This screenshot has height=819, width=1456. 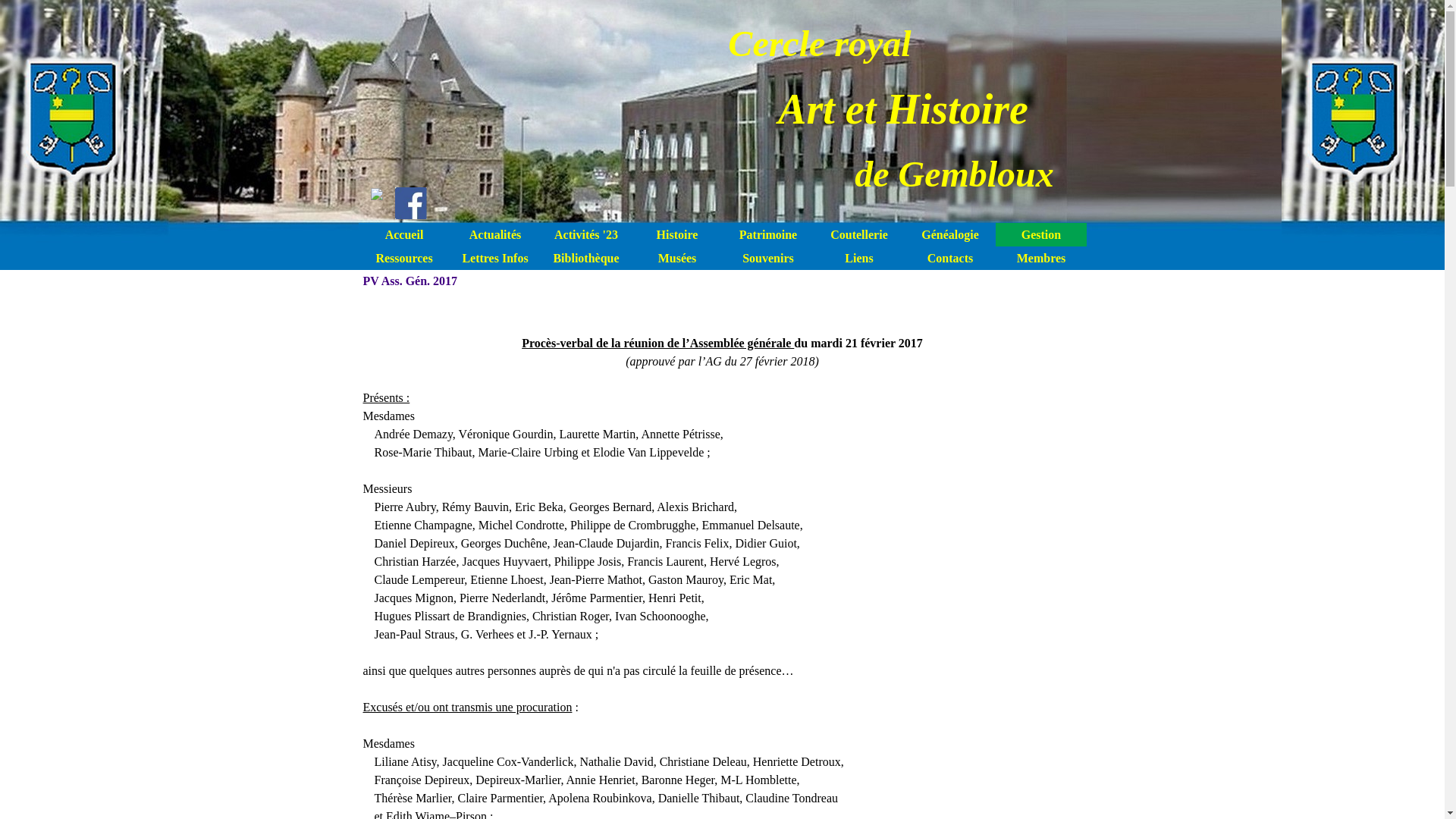 What do you see at coordinates (767, 257) in the screenshot?
I see `'Souvenirs'` at bounding box center [767, 257].